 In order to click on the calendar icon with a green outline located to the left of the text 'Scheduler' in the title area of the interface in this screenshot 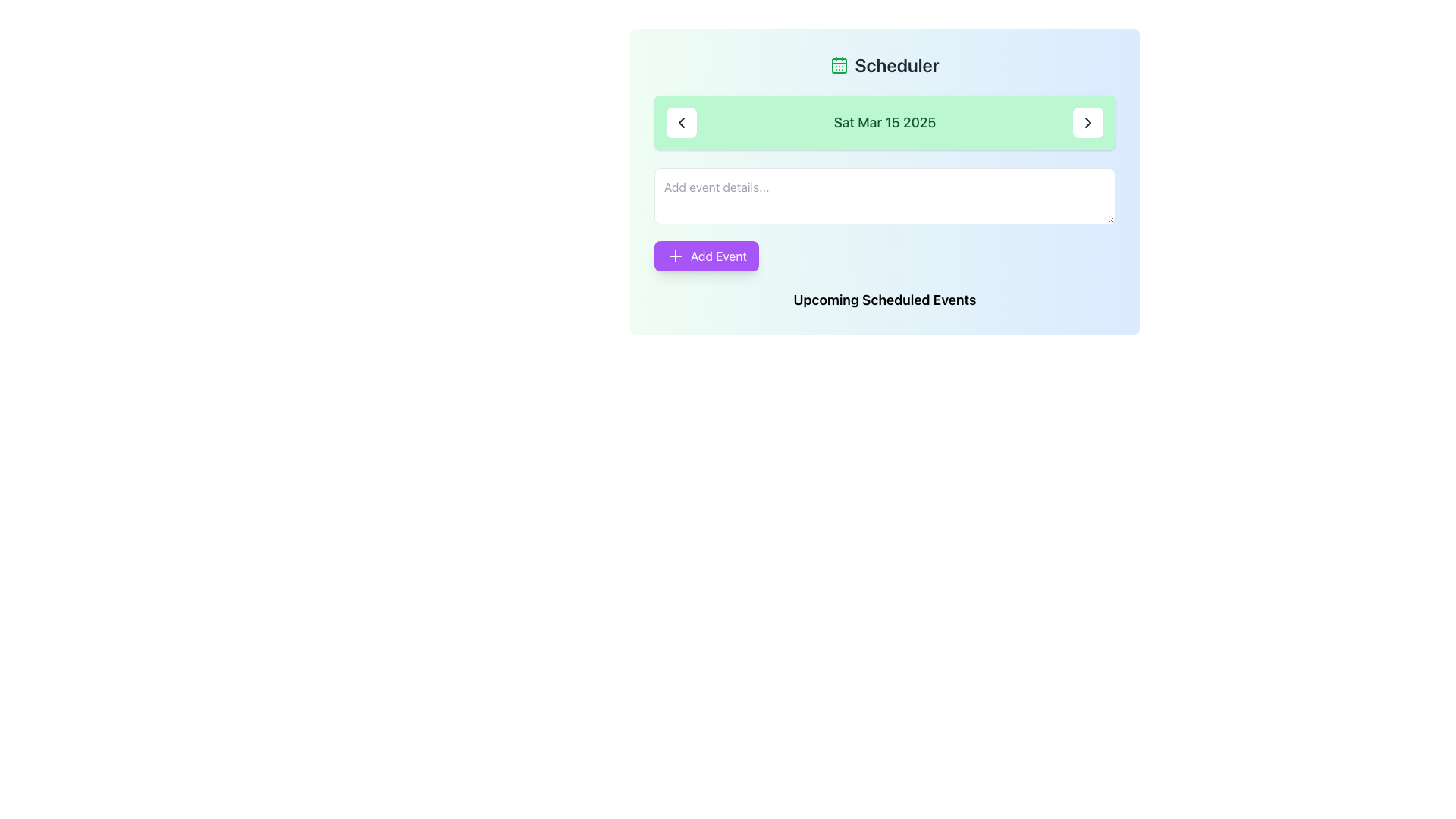, I will do `click(839, 64)`.